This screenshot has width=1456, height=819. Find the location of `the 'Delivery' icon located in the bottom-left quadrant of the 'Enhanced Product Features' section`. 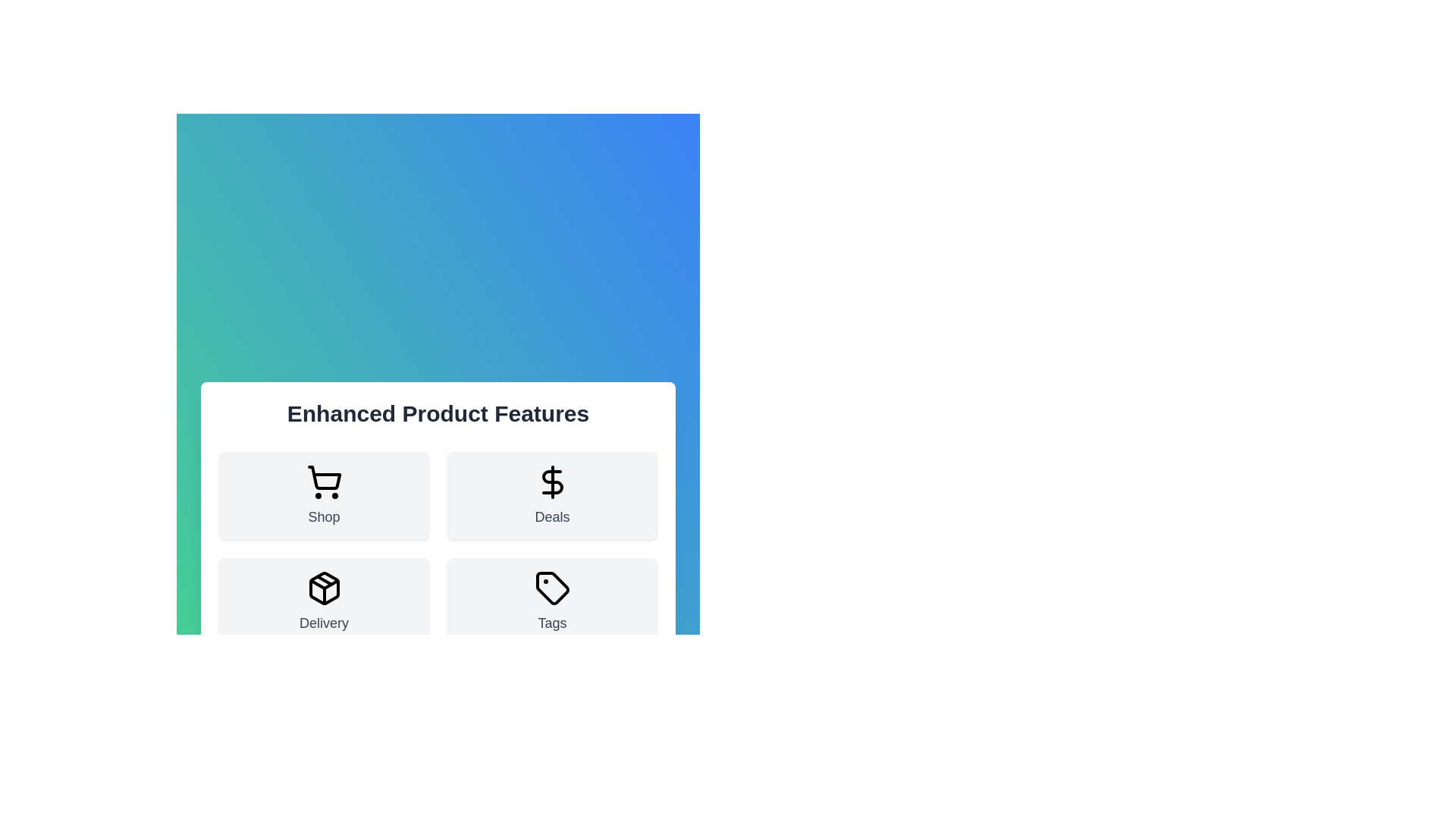

the 'Delivery' icon located in the bottom-left quadrant of the 'Enhanced Product Features' section is located at coordinates (323, 587).